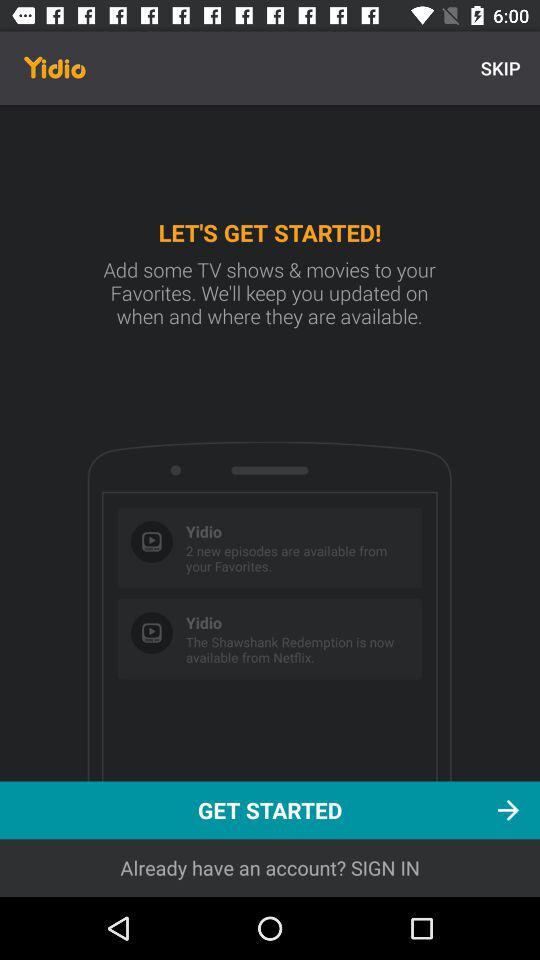 The image size is (540, 960). I want to click on icon below the get started, so click(270, 867).